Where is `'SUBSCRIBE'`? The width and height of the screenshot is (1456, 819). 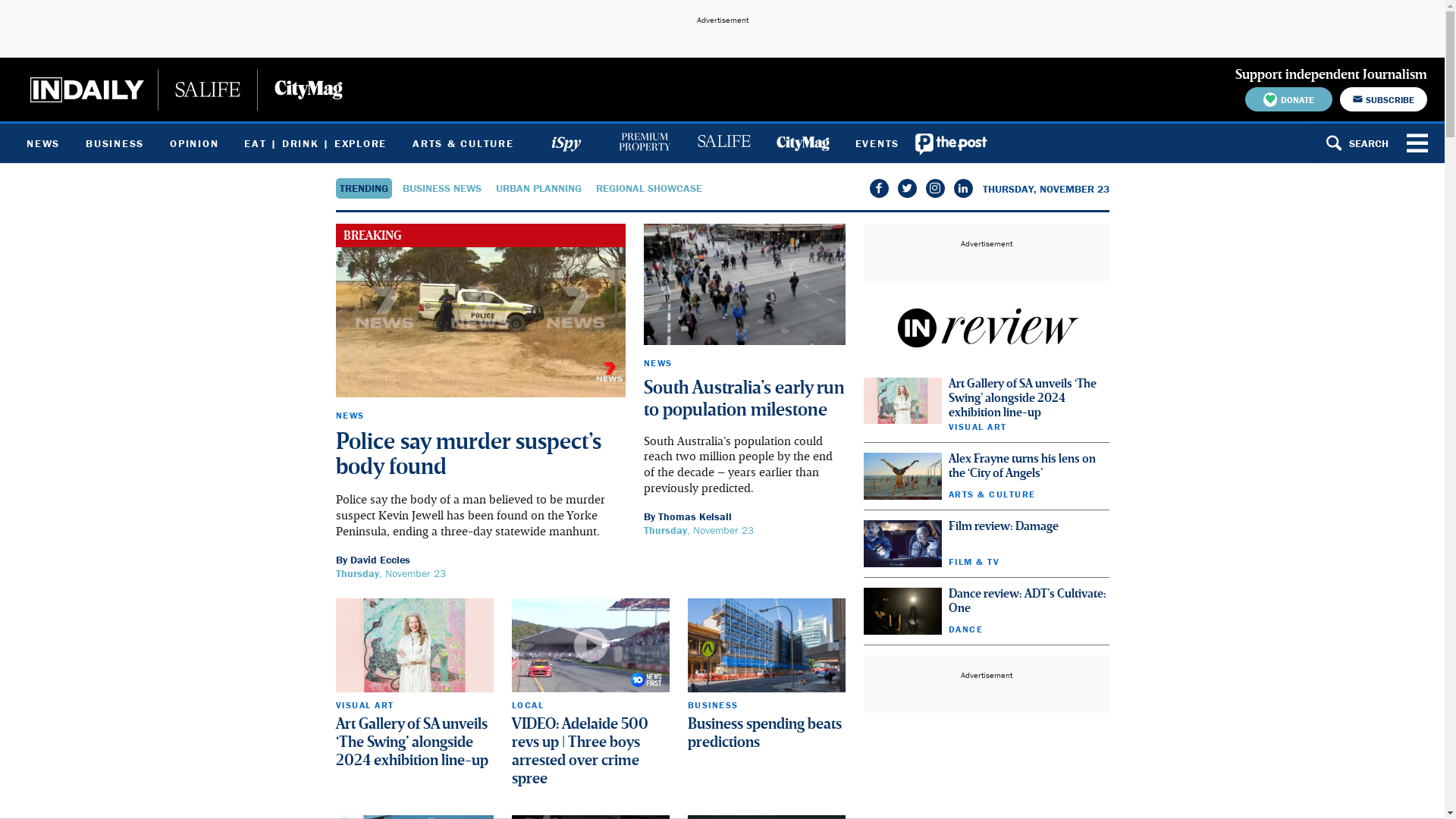
'SUBSCRIBE' is located at coordinates (1339, 99).